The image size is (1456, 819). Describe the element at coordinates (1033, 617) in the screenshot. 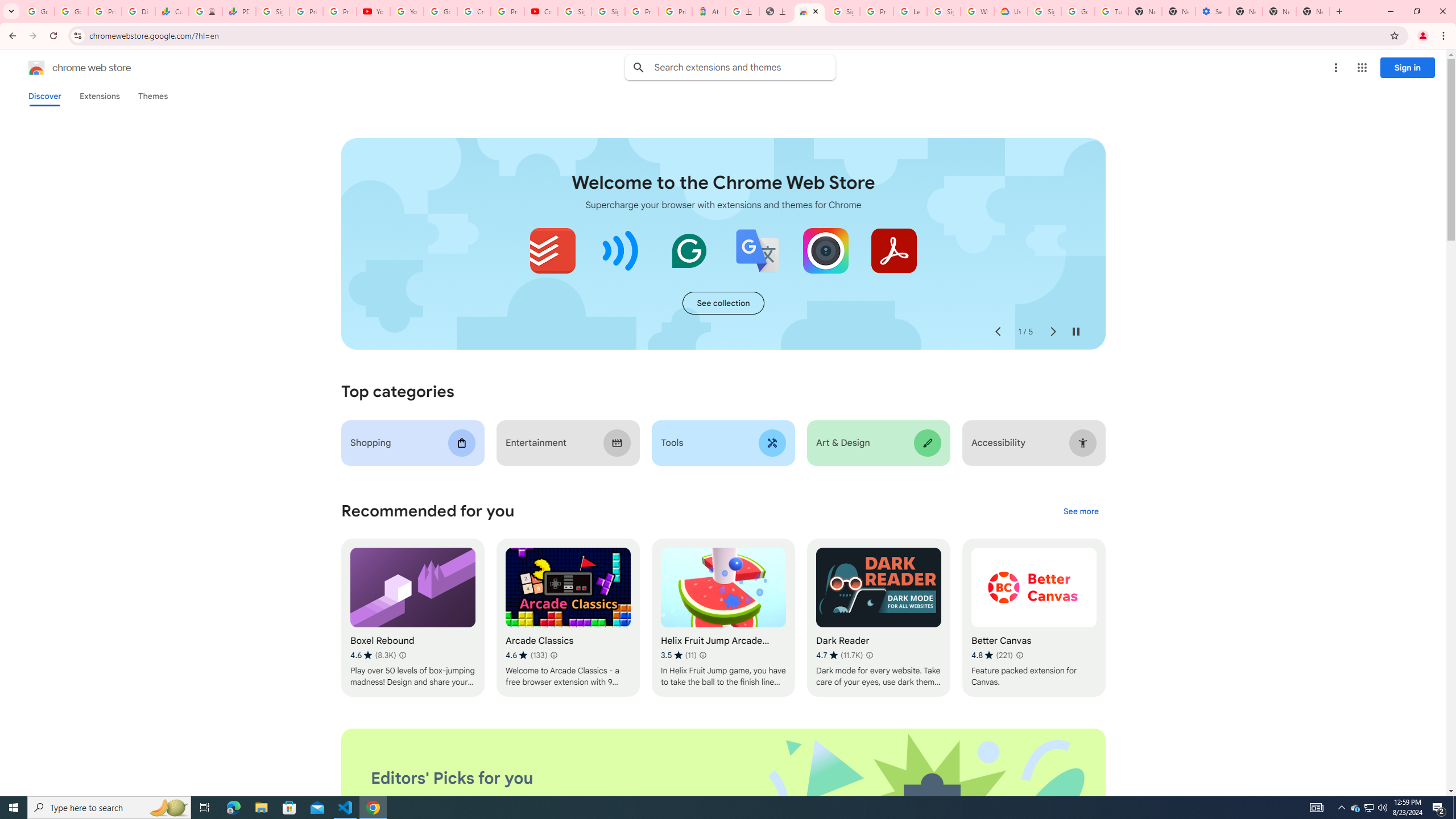

I see `'Better Canvas'` at that location.